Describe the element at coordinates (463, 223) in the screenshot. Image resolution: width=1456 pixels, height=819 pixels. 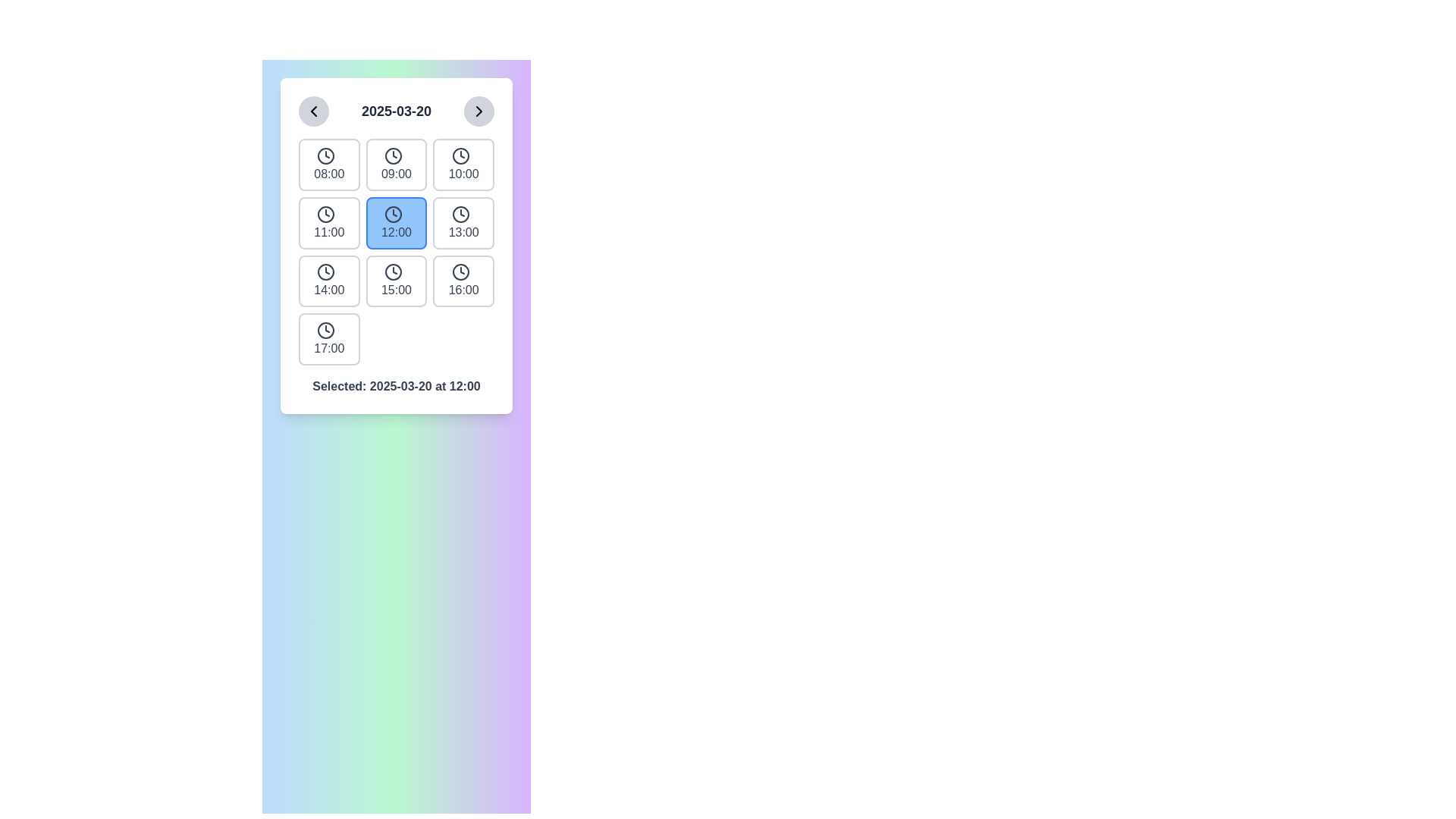
I see `the selectable time slot button labeled '13:00'` at that location.